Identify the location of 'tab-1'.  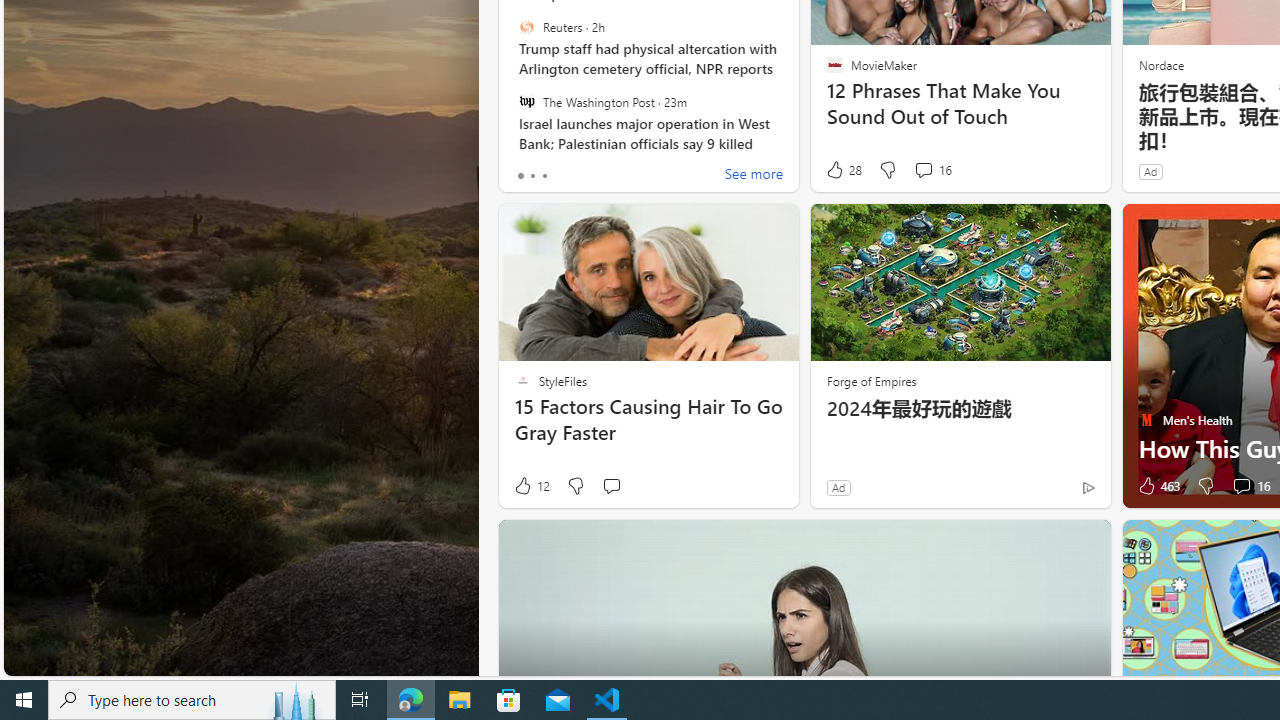
(532, 175).